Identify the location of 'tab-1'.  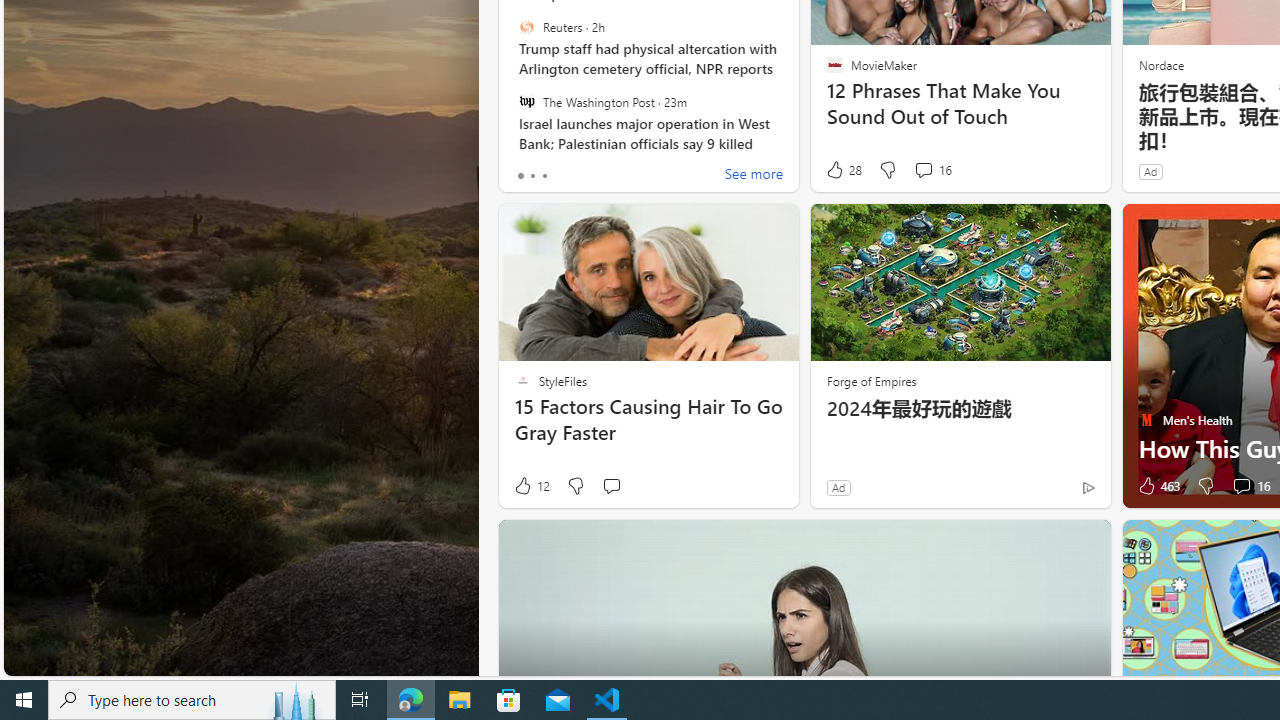
(532, 175).